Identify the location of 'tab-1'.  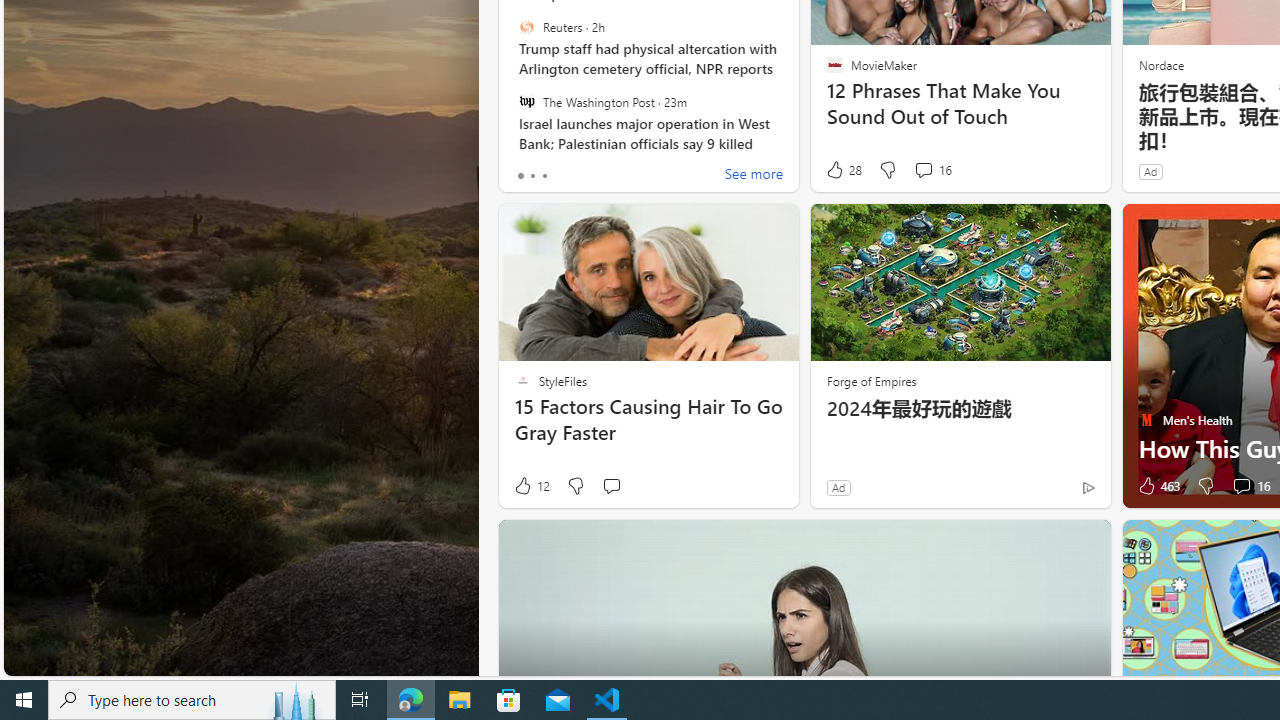
(532, 175).